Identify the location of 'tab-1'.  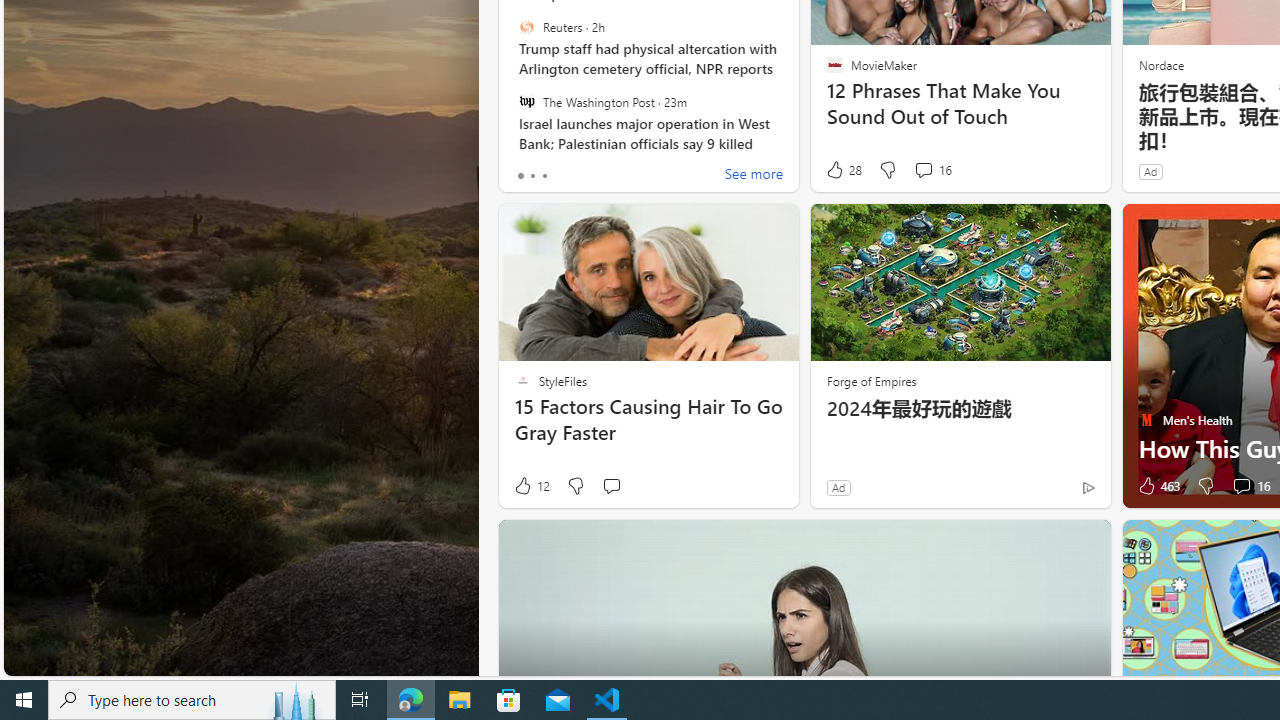
(532, 175).